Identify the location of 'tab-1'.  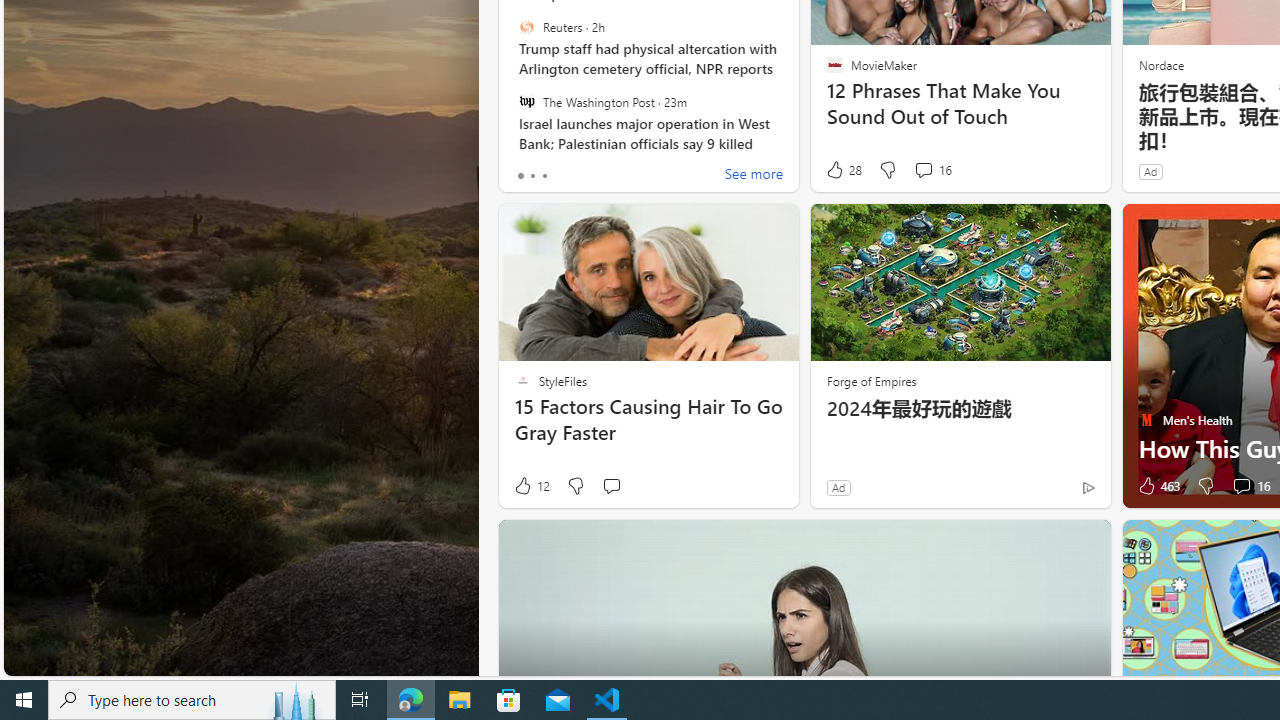
(532, 175).